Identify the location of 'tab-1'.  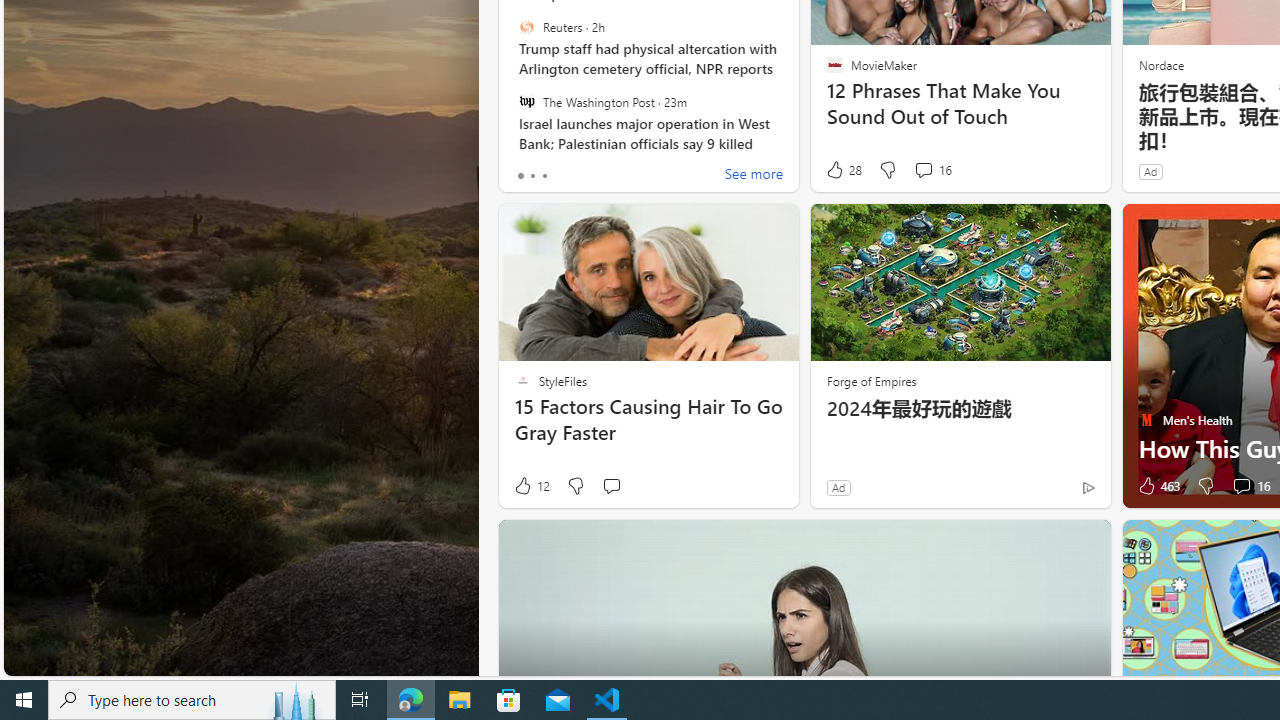
(532, 175).